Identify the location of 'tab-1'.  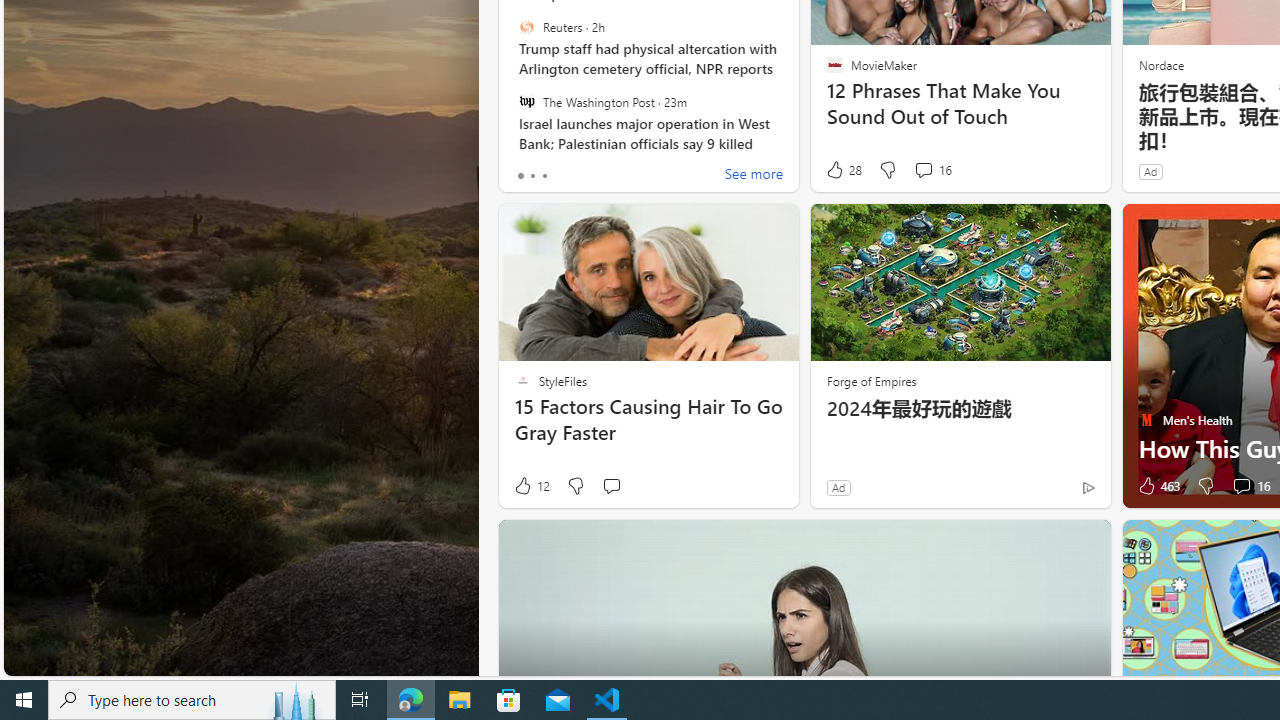
(532, 175).